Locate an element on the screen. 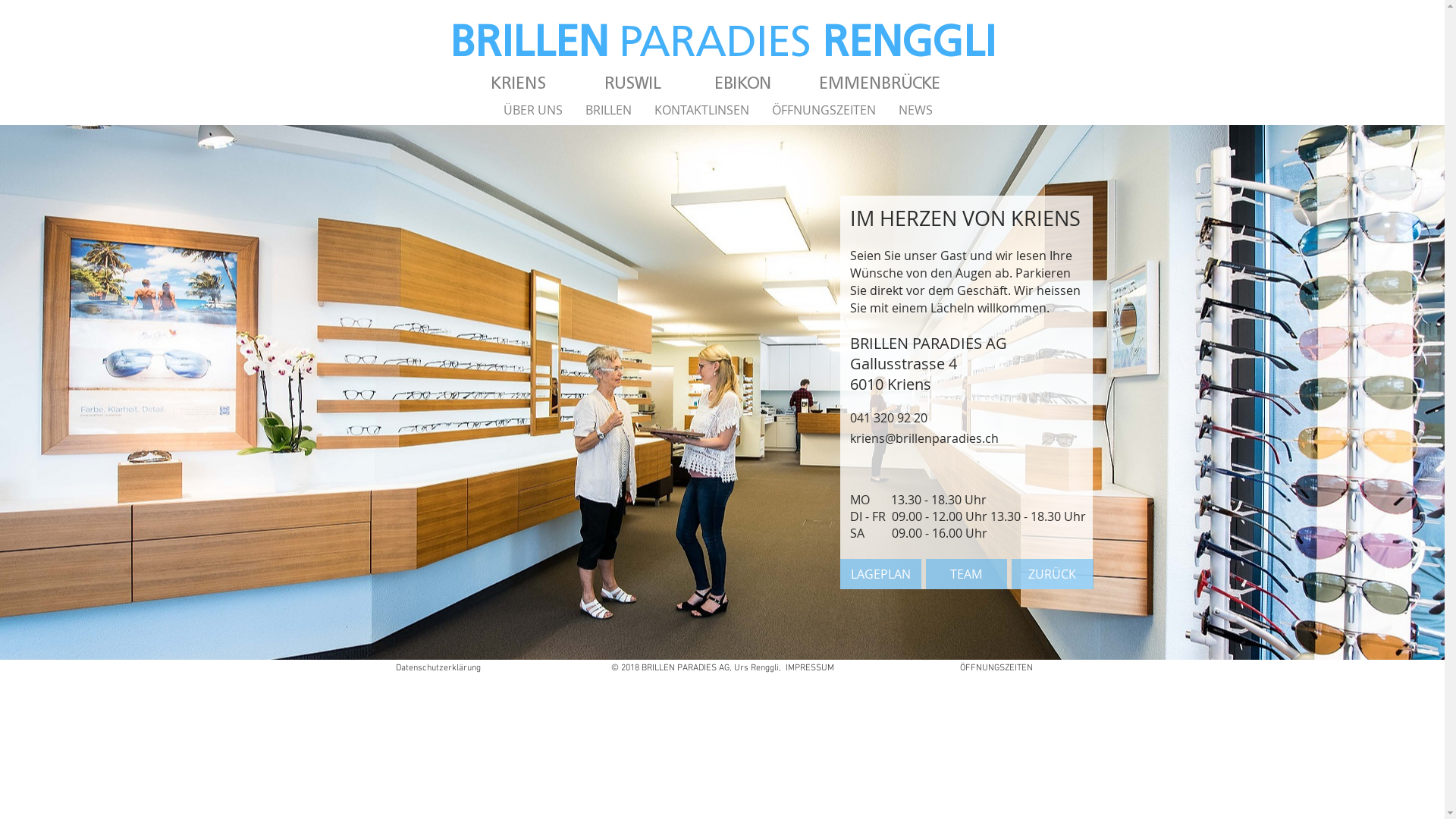  'KONTAKTLINSEN' is located at coordinates (643, 109).